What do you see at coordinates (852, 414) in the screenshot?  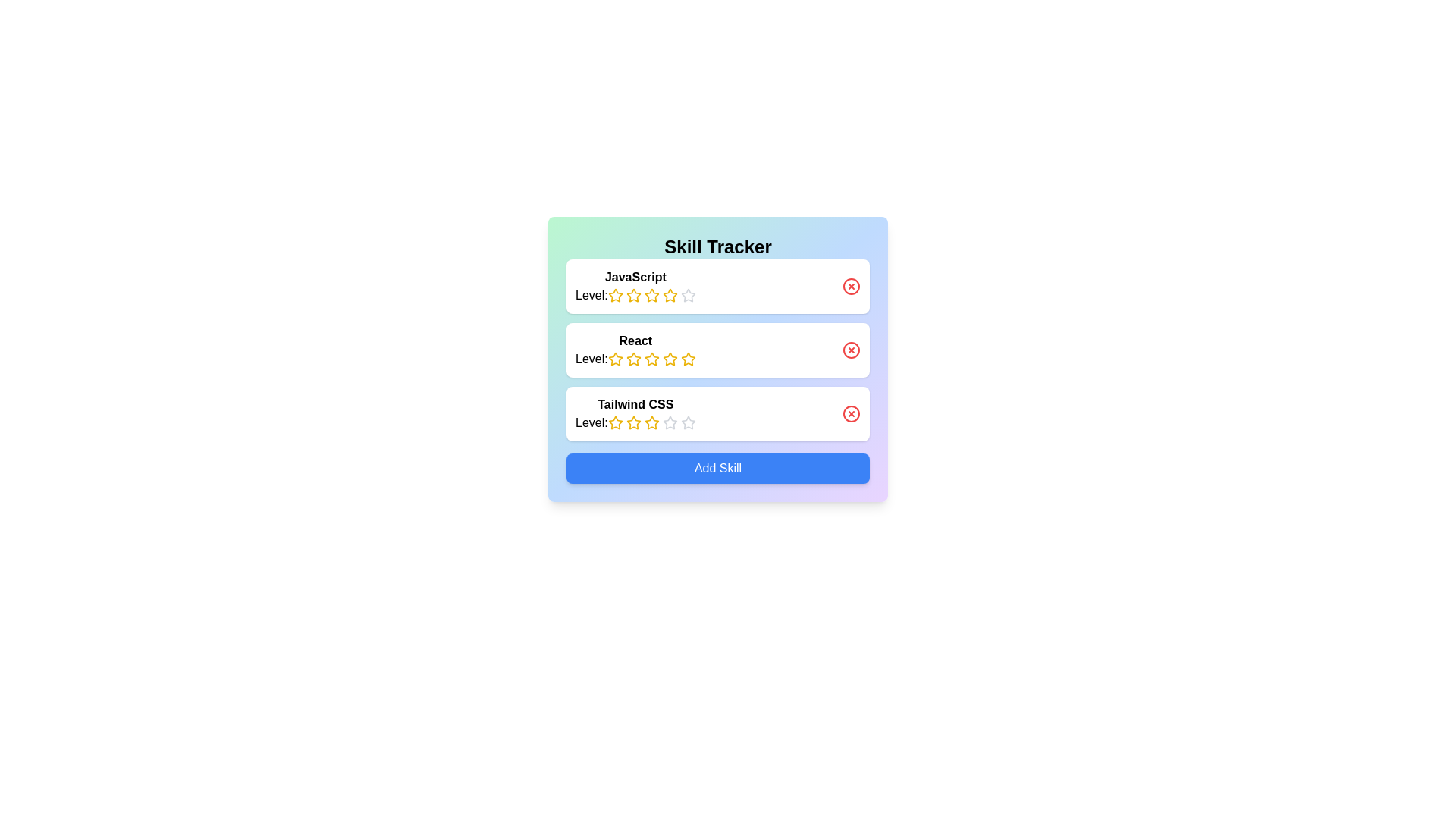 I see `the remove button for the skill named Tailwind CSS` at bounding box center [852, 414].